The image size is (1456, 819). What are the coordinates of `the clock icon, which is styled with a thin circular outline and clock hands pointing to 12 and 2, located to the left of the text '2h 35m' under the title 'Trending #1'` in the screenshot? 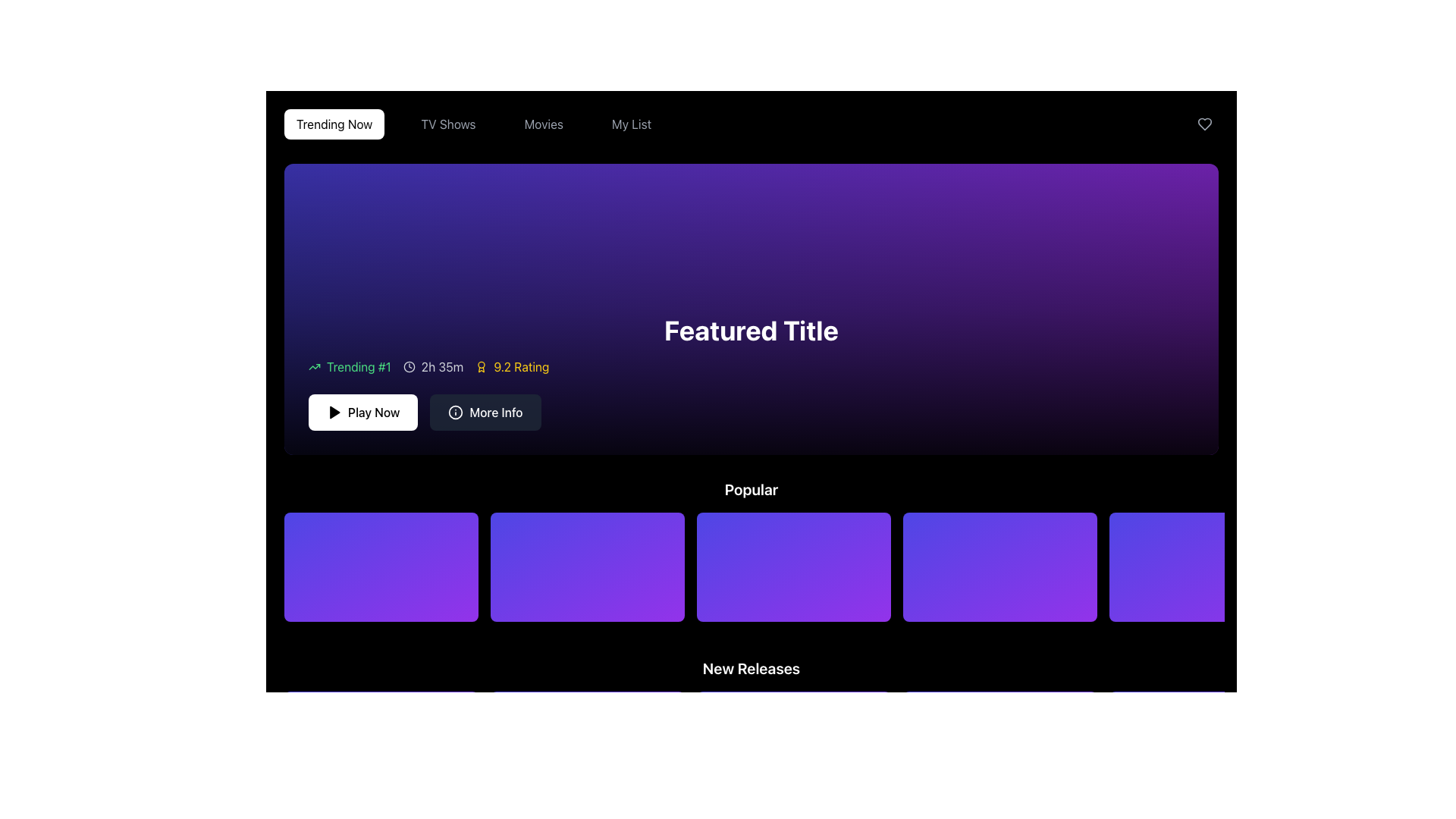 It's located at (409, 366).